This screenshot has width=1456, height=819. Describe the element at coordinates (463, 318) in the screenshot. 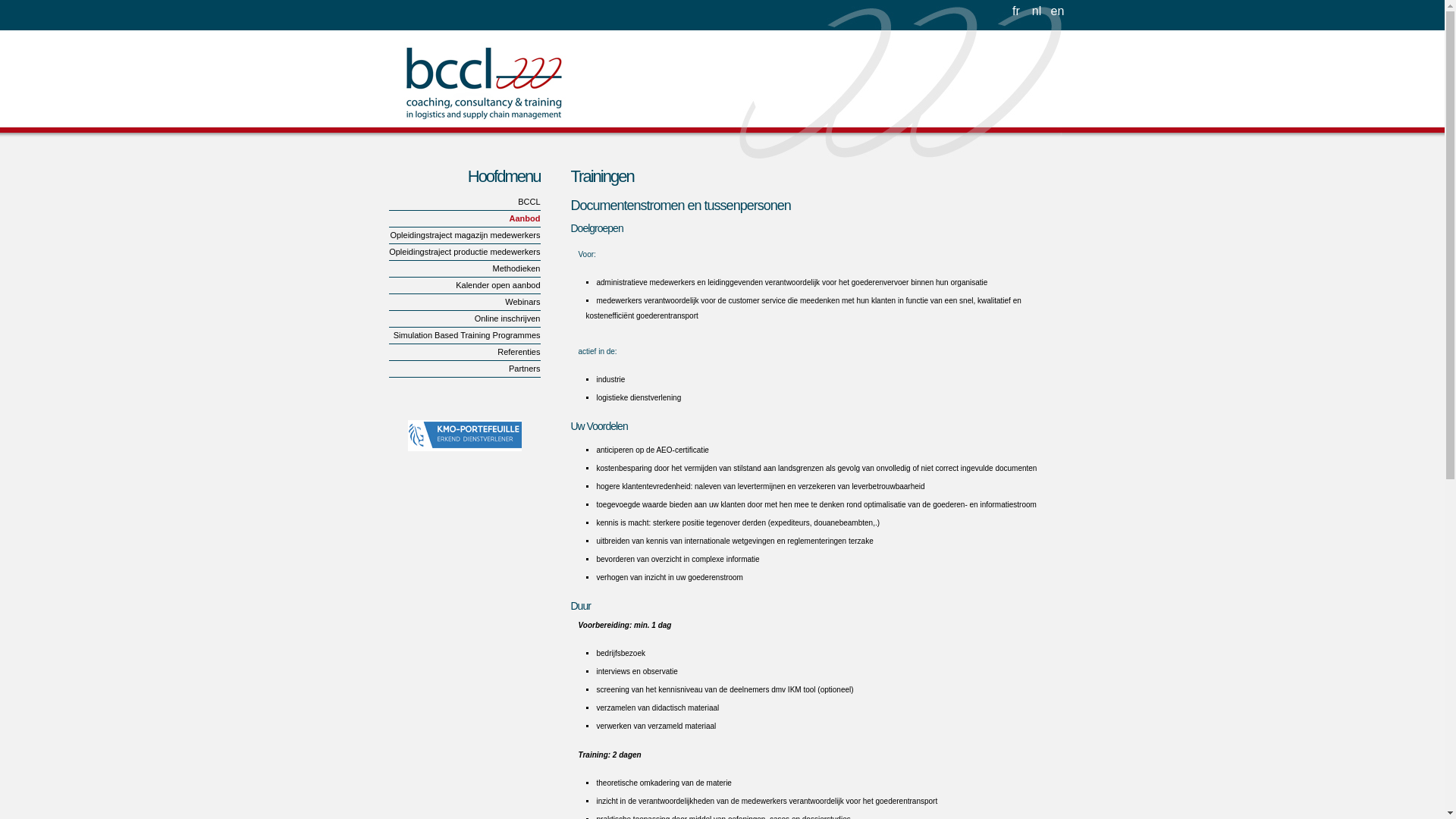

I see `'Online inschrijven'` at that location.